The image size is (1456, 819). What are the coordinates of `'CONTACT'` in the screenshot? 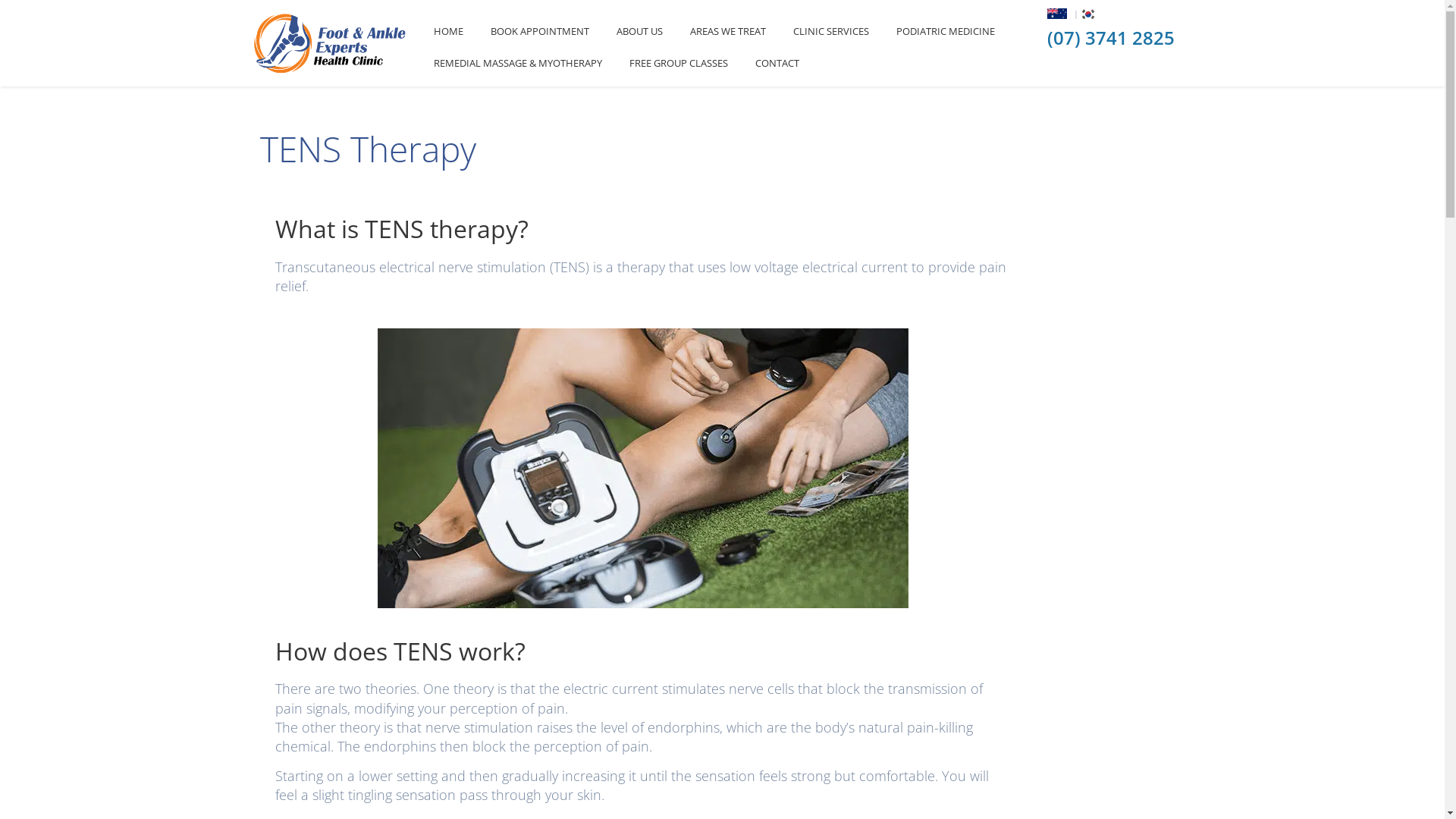 It's located at (742, 62).